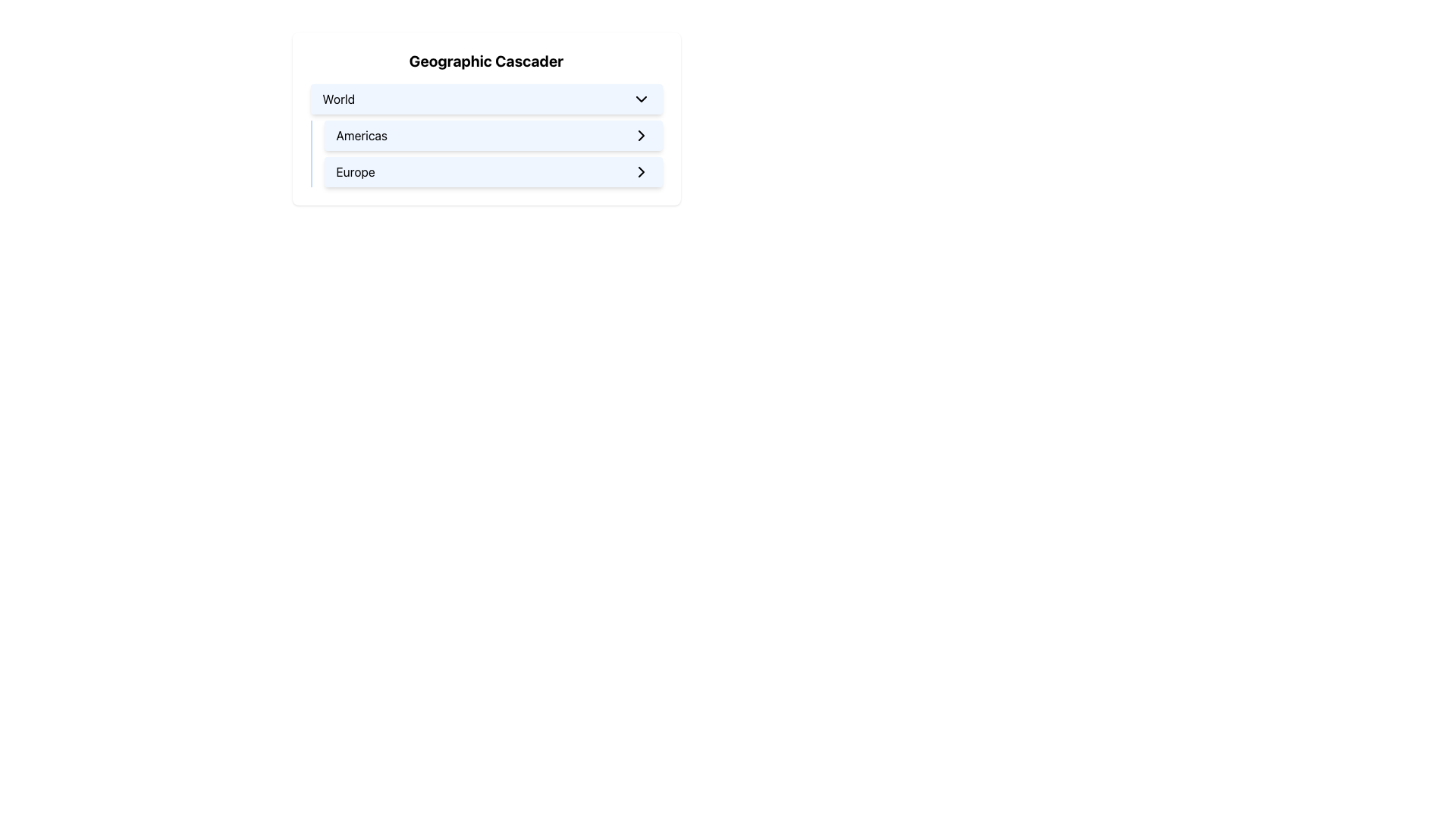 Image resolution: width=1456 pixels, height=819 pixels. Describe the element at coordinates (641, 134) in the screenshot. I see `the Chevron (right) icon located at the far right end of the 'Americas' option` at that location.